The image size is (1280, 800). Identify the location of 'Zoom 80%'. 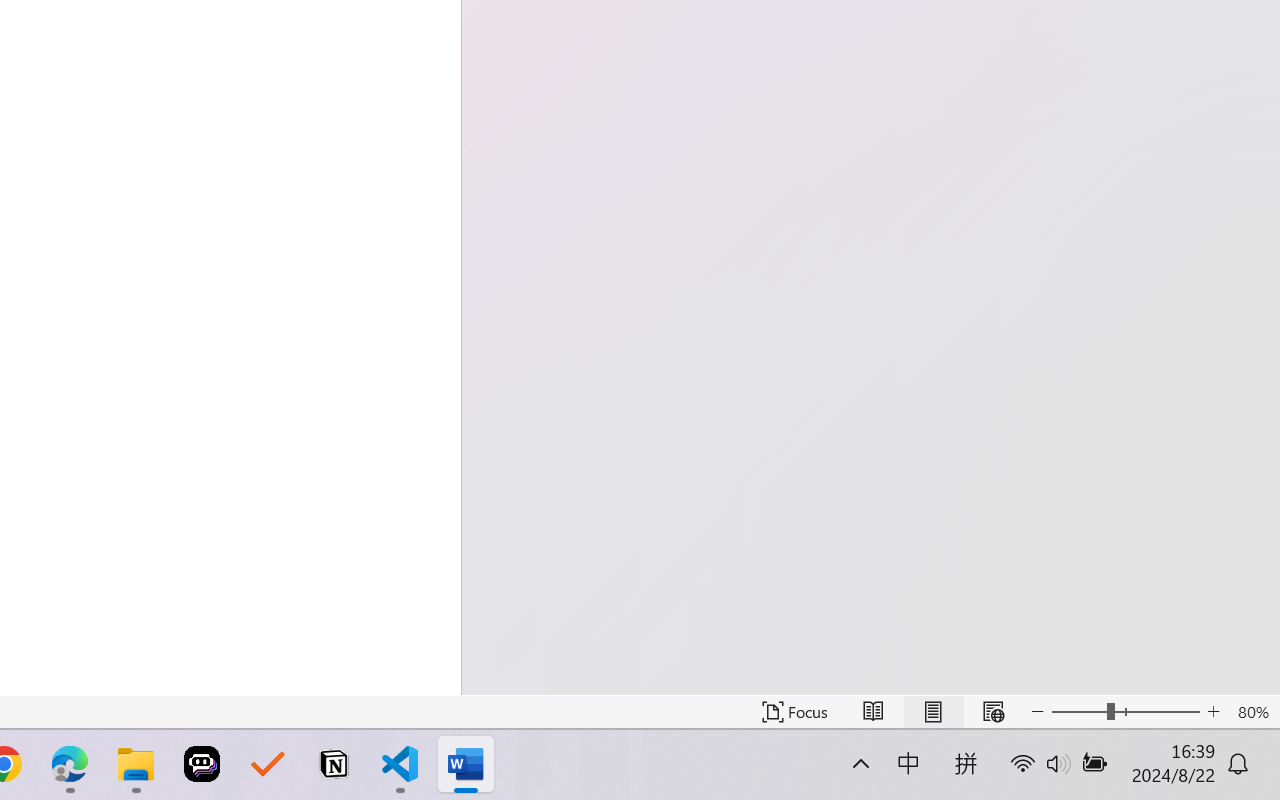
(1252, 711).